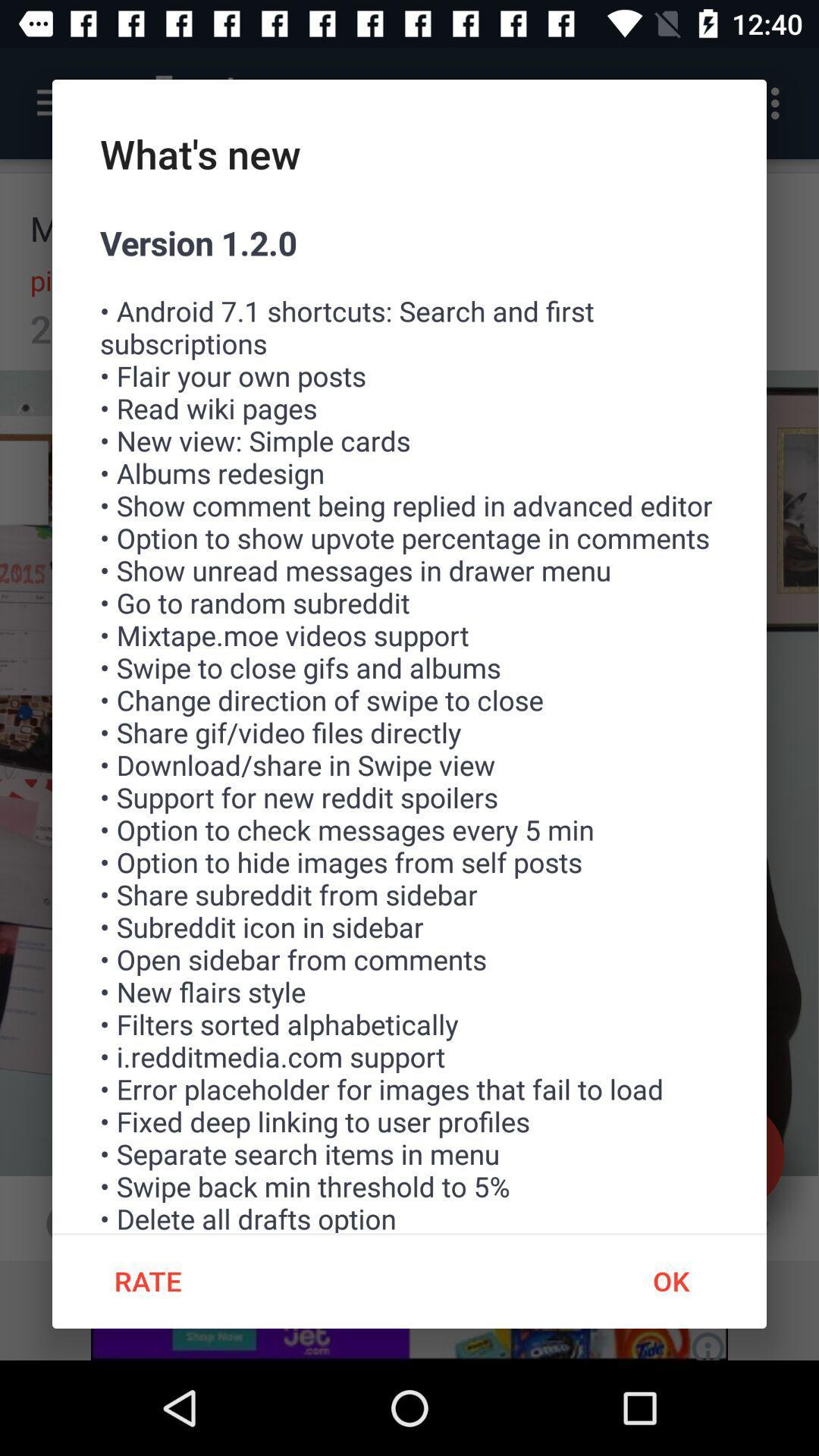 The image size is (819, 1456). I want to click on item to the right of the rate item, so click(670, 1280).